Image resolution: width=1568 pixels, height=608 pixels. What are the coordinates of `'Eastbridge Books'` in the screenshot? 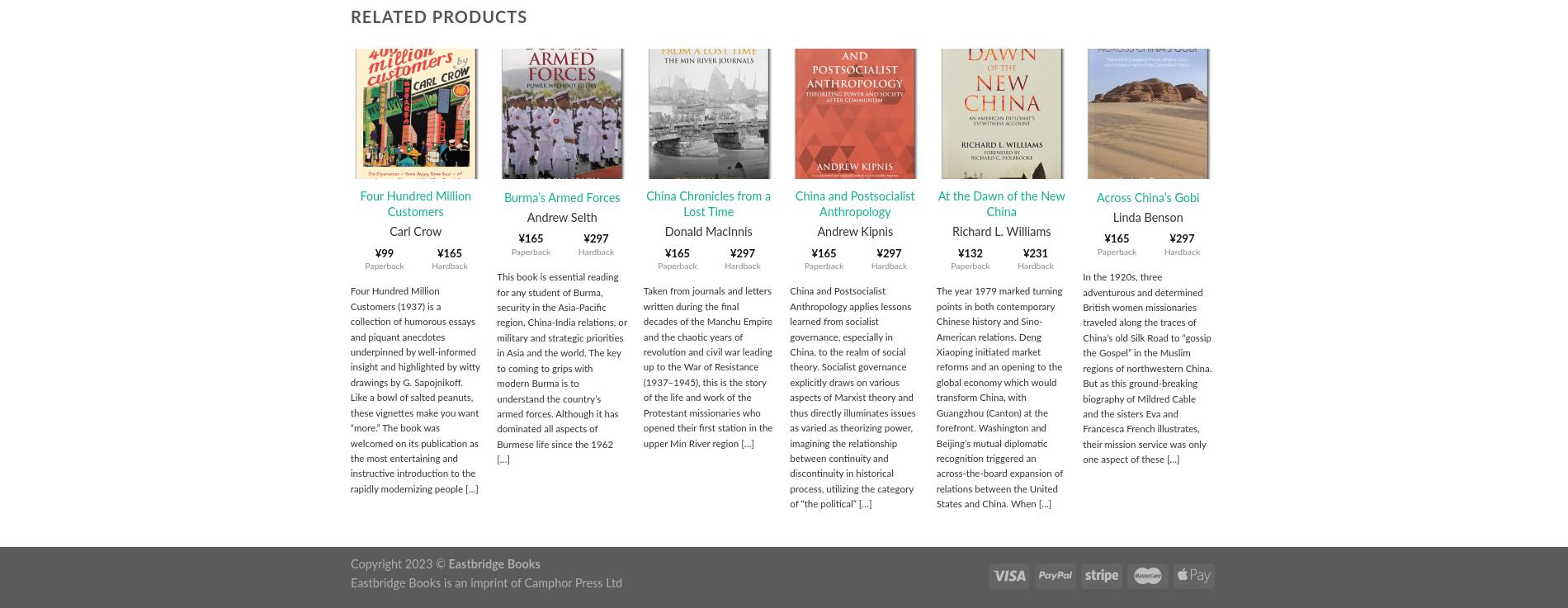 It's located at (448, 563).